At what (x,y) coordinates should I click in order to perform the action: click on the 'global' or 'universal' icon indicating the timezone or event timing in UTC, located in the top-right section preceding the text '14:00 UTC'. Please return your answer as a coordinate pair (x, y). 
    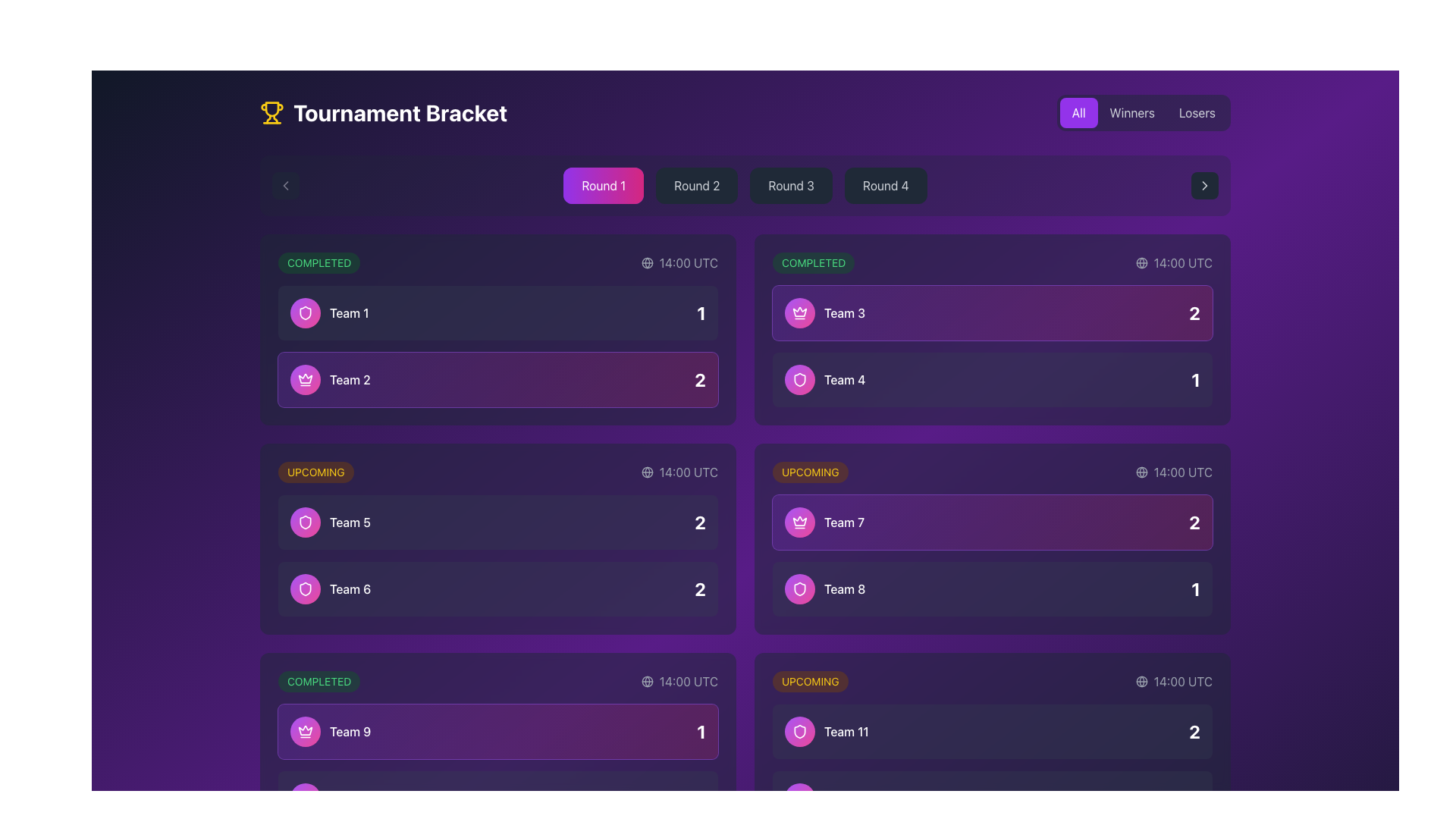
    Looking at the image, I should click on (1141, 262).